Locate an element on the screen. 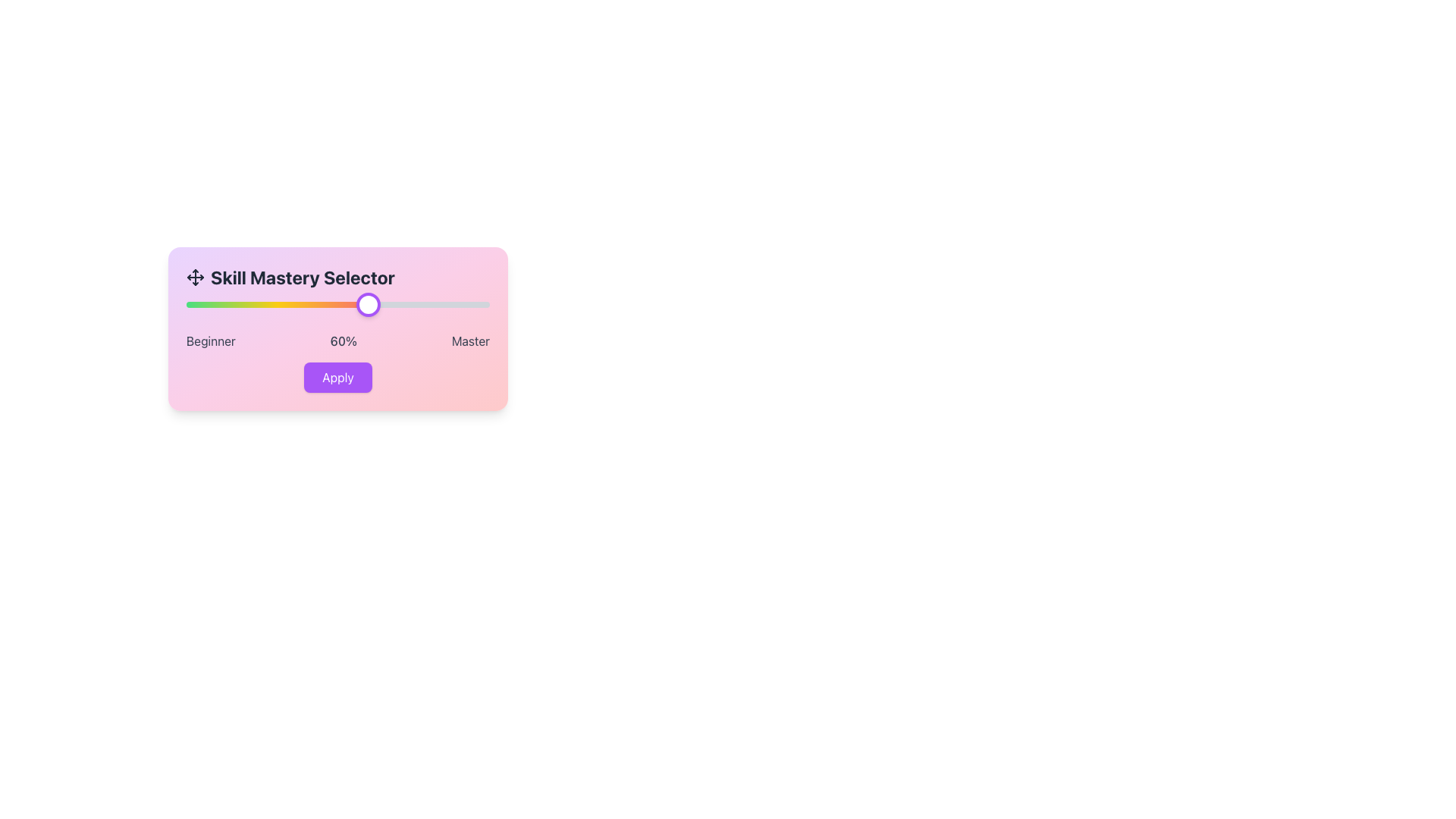 This screenshot has width=1456, height=819. the Skill Mastery level is located at coordinates (407, 304).